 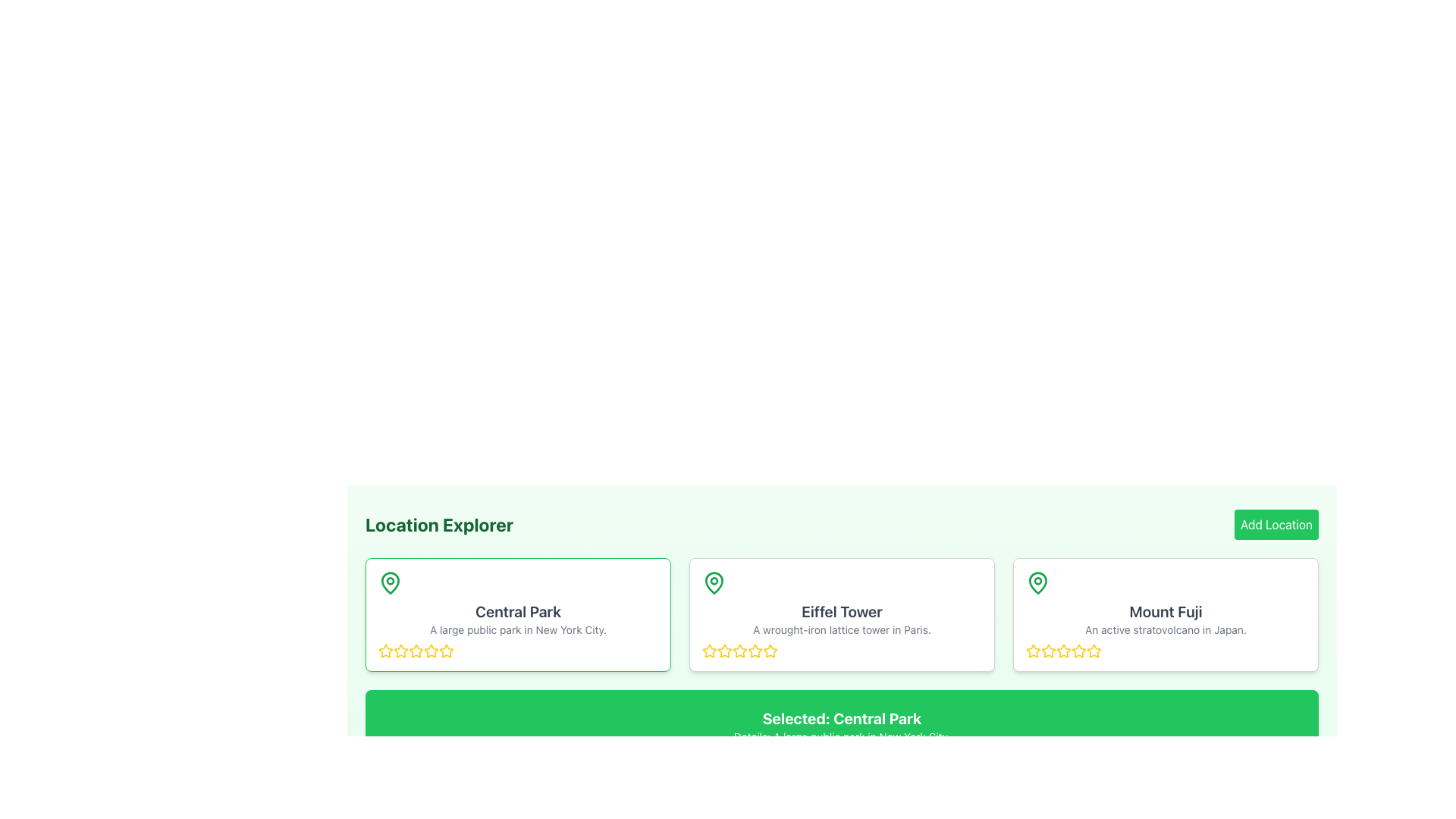 I want to click on the yellow star icon with a hollow center, the third star in the sequence of five, located below the 'Eiffel Tower' card to set a rating, so click(x=723, y=651).